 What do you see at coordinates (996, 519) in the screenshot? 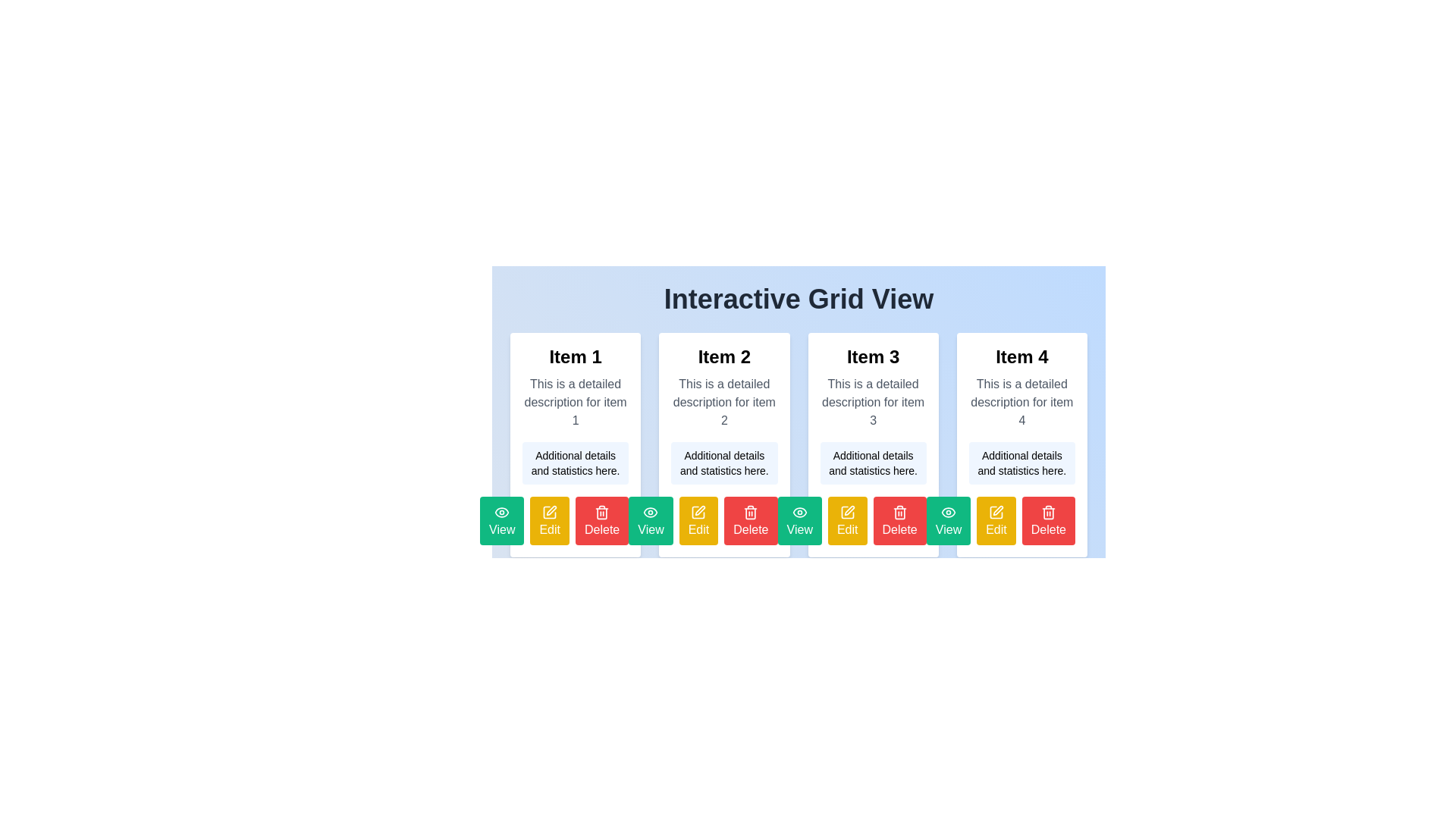
I see `the 'Edit' button with a yellow background and white text, which is the middle button among 'View', 'Edit', and 'Delete' buttons at the bottom of the card for 'Item 4'` at bounding box center [996, 519].